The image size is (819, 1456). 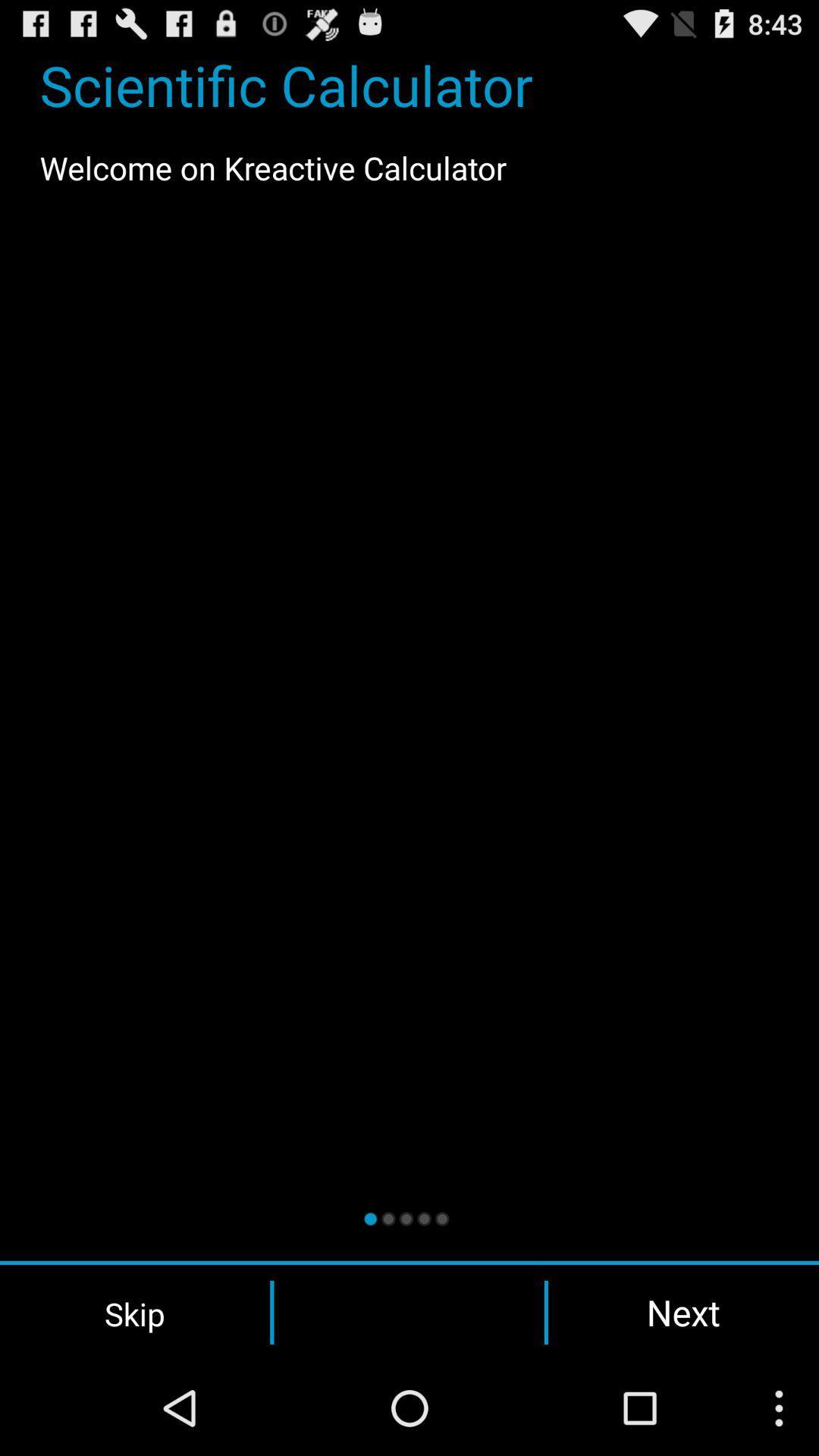 I want to click on skip icon, so click(x=134, y=1312).